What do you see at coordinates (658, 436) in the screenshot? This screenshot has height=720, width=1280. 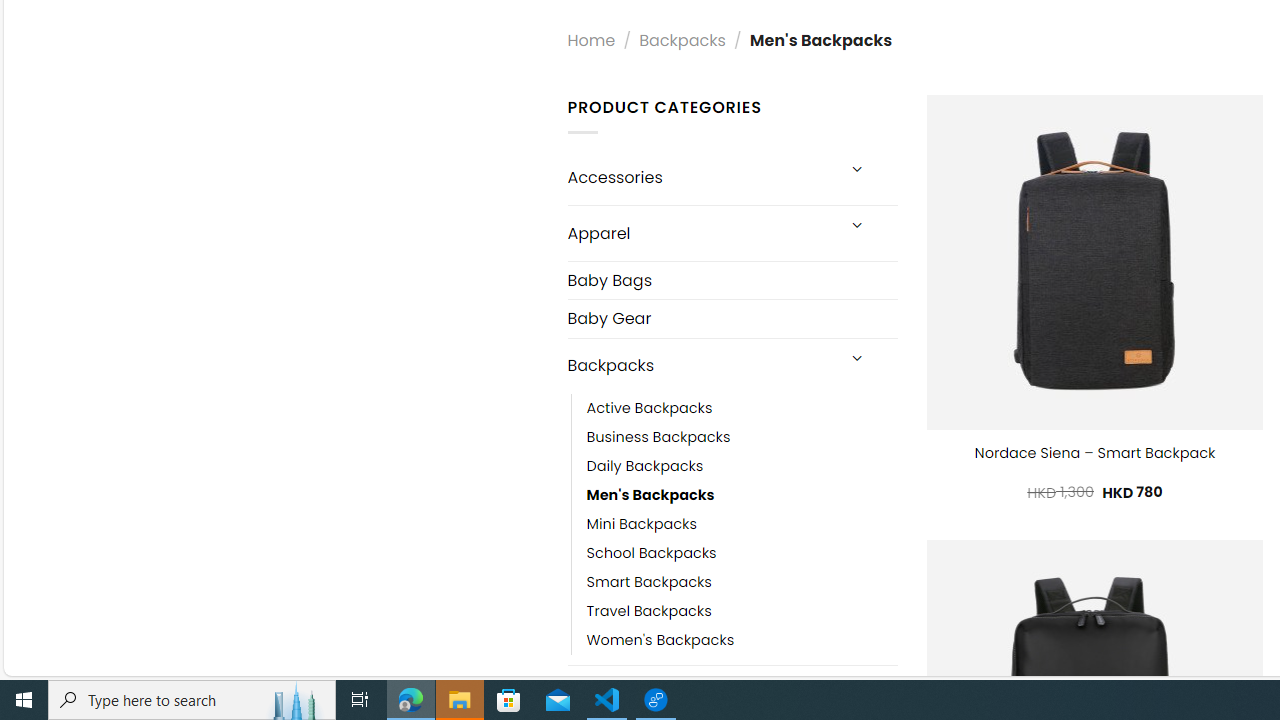 I see `'Business Backpacks'` at bounding box center [658, 436].